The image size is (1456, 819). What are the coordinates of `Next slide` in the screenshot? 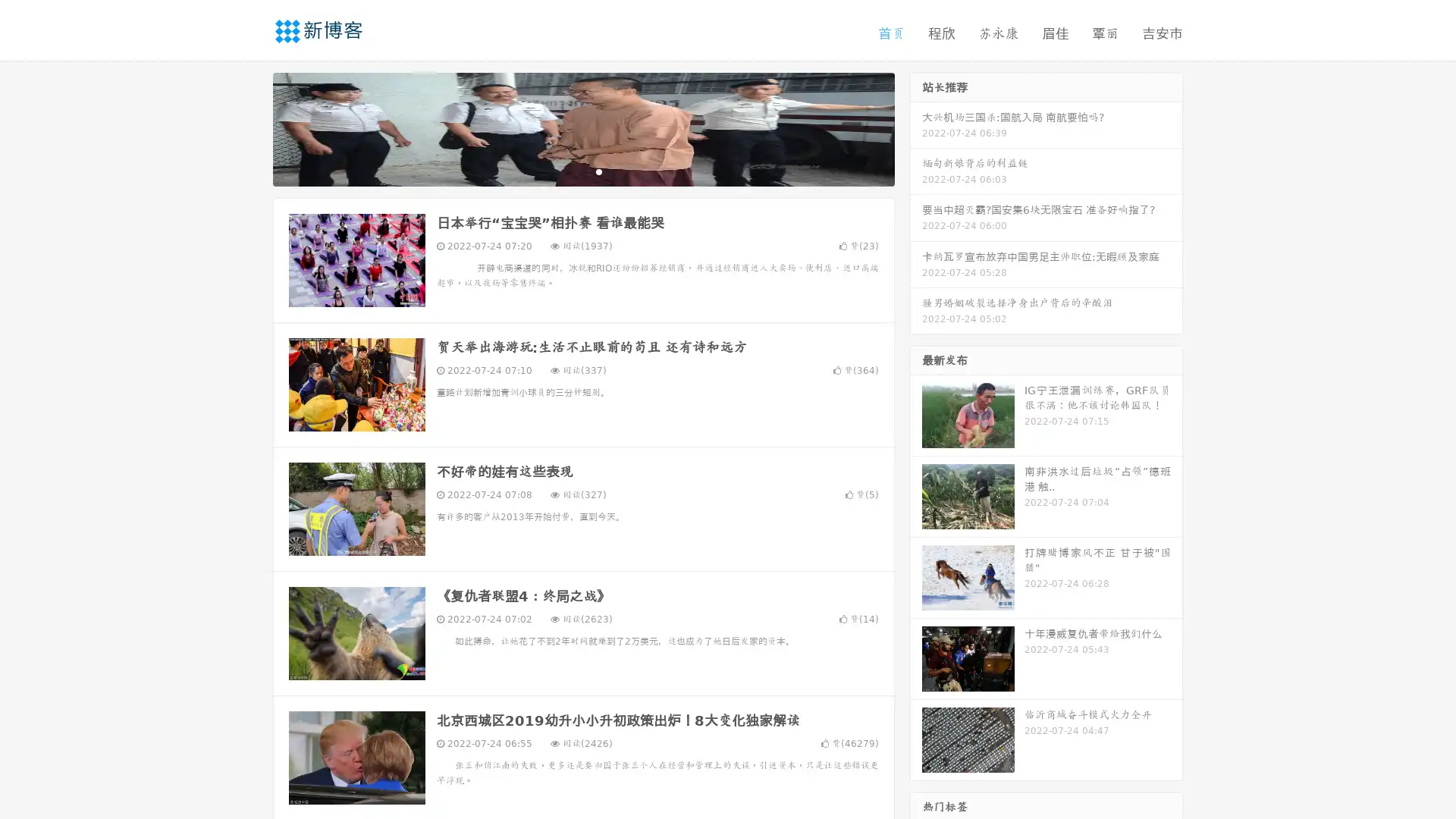 It's located at (916, 127).